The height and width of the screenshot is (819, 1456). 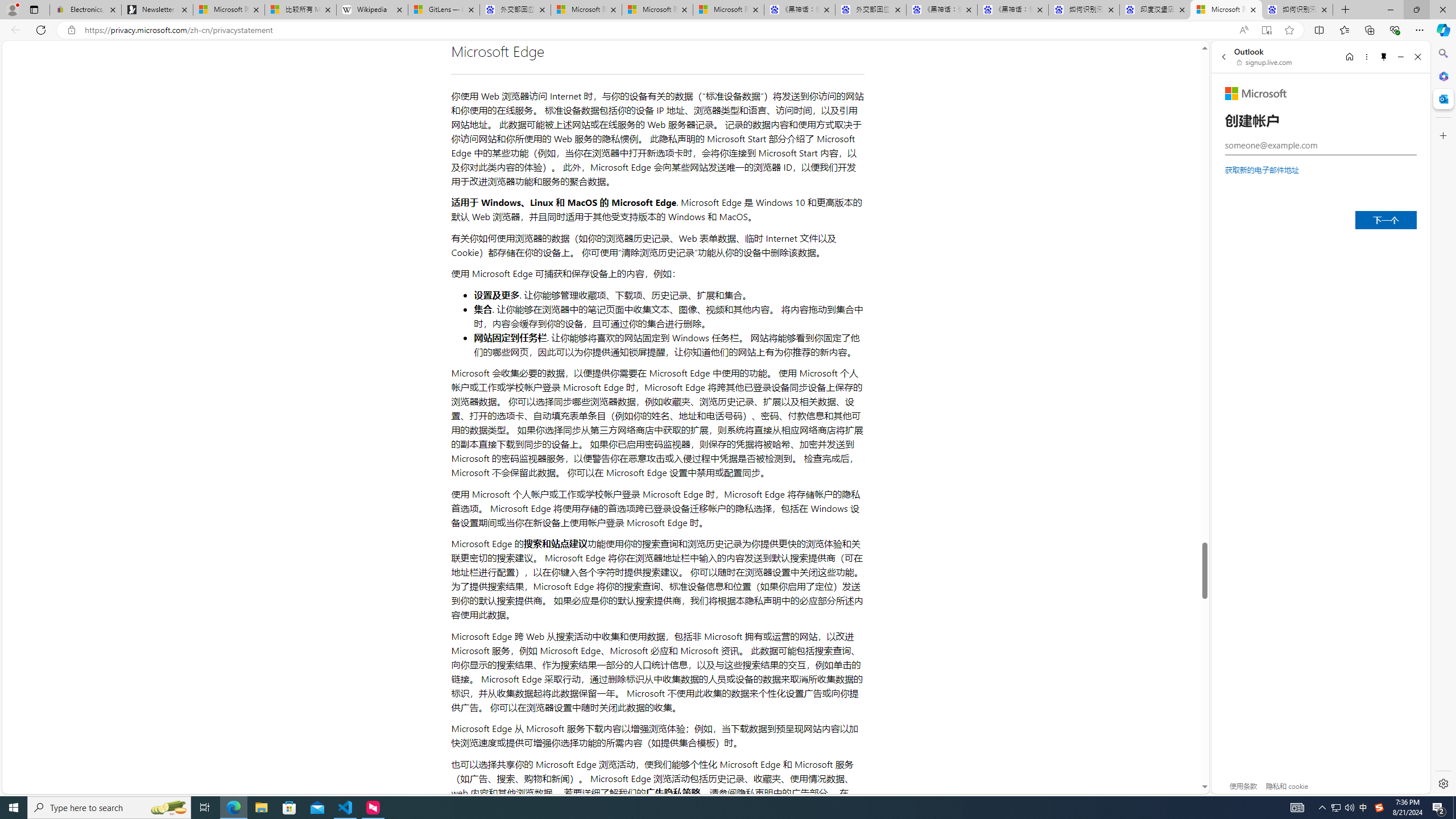 I want to click on 'Minimize', so click(x=1401, y=56).